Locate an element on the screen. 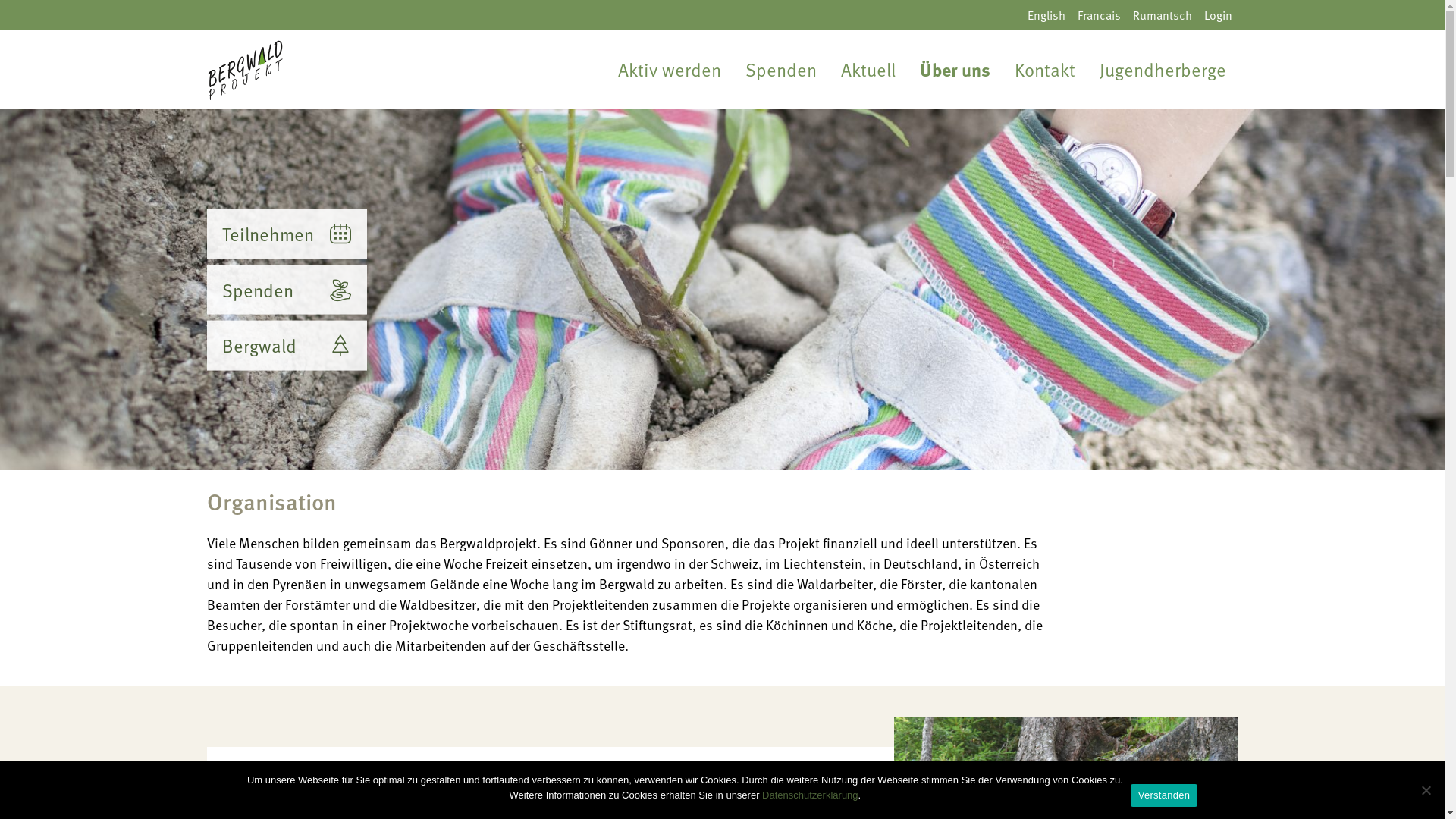 This screenshot has width=1456, height=819. 'Verstanden' is located at coordinates (1163, 795).